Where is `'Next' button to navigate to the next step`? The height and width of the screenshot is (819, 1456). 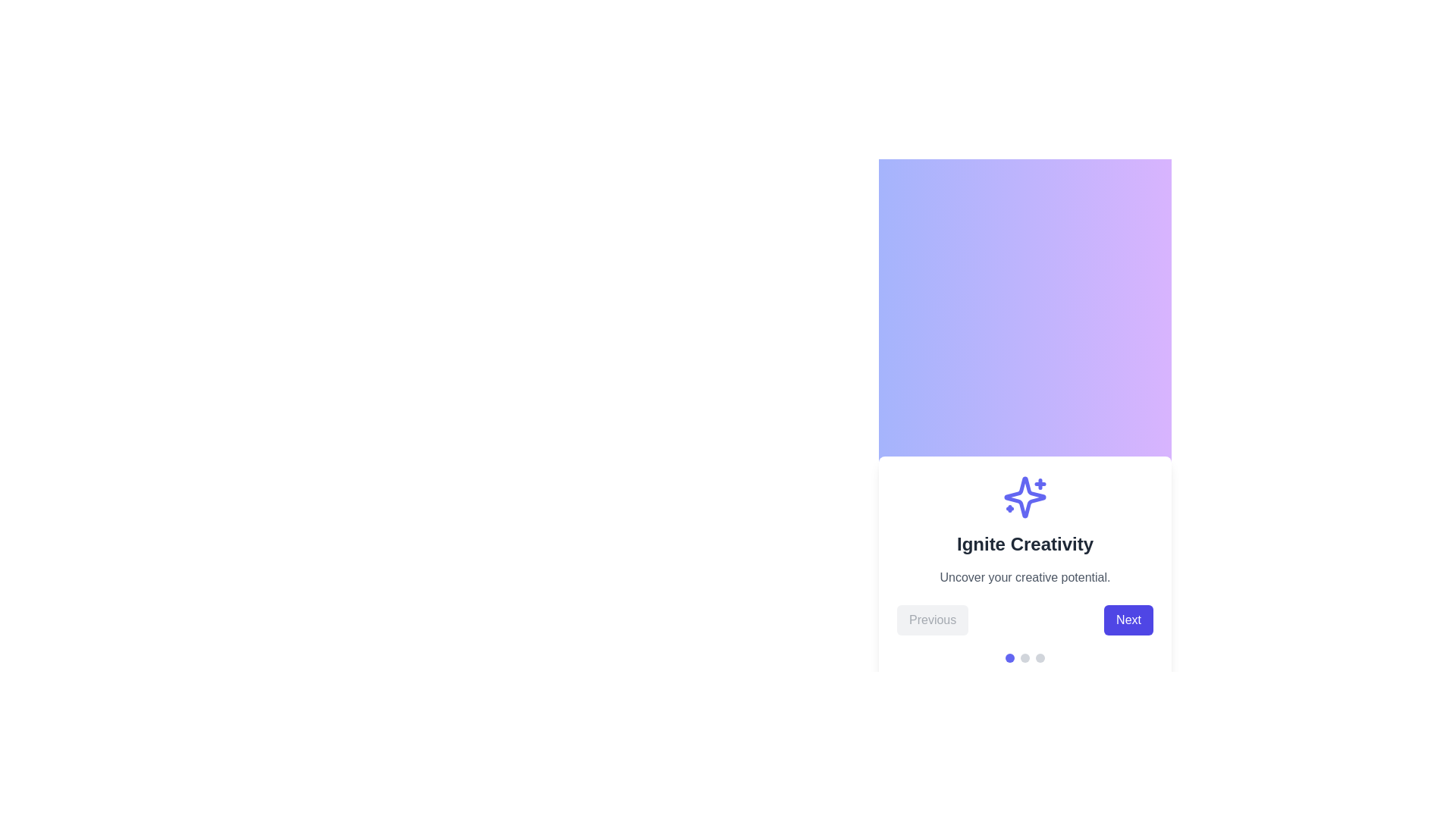
'Next' button to navigate to the next step is located at coordinates (1128, 620).